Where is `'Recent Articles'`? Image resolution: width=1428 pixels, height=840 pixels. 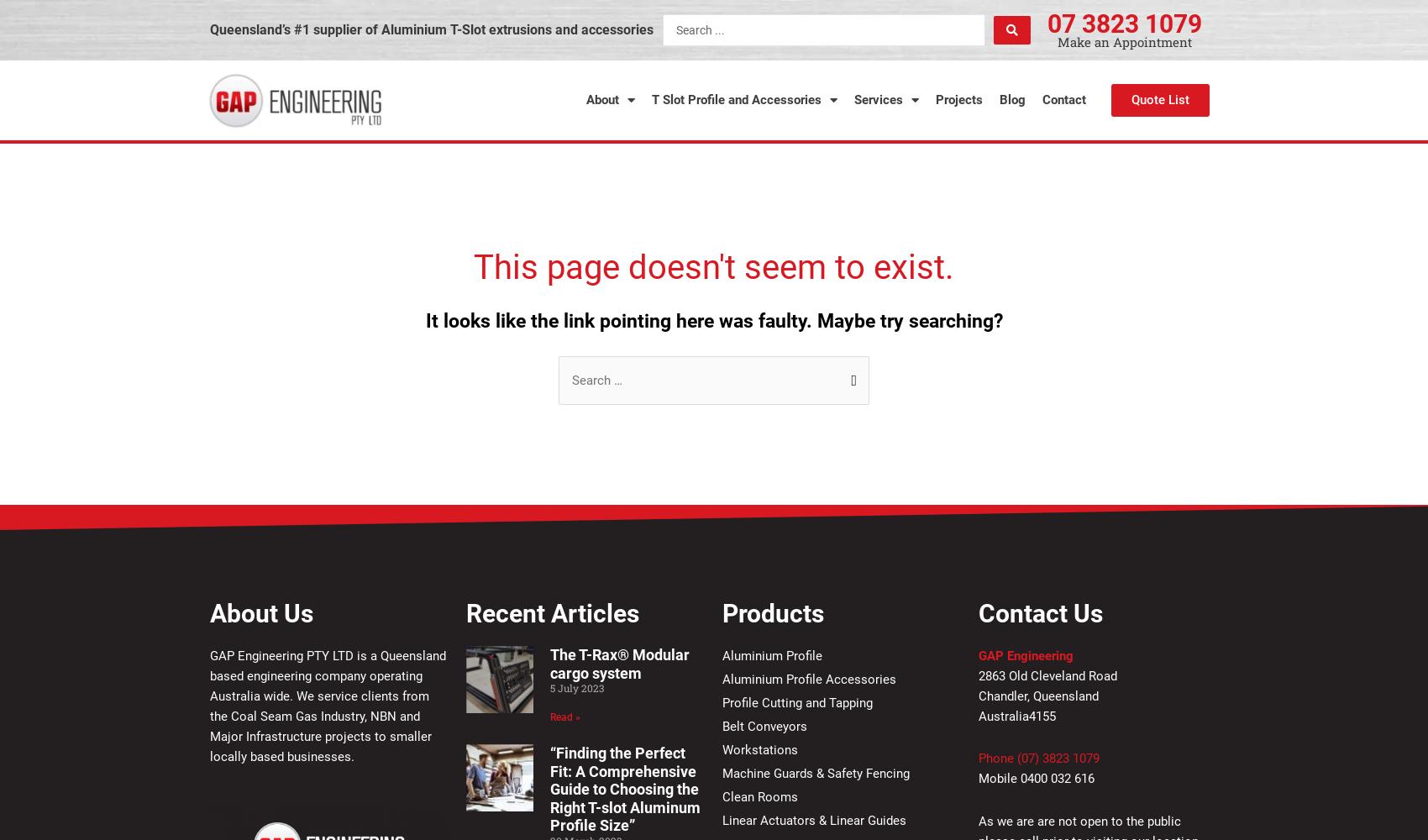
'Recent Articles' is located at coordinates (465, 612).